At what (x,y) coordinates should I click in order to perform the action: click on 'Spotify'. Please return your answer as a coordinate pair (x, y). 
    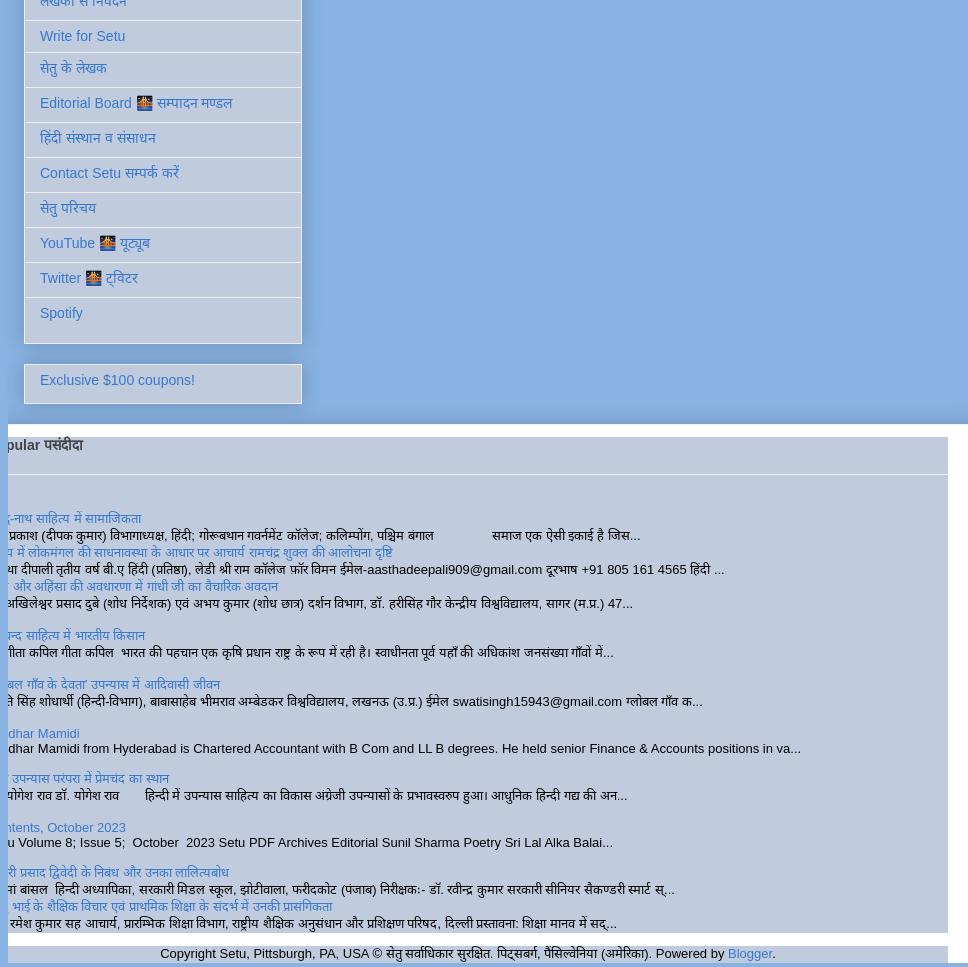
    Looking at the image, I should click on (59, 311).